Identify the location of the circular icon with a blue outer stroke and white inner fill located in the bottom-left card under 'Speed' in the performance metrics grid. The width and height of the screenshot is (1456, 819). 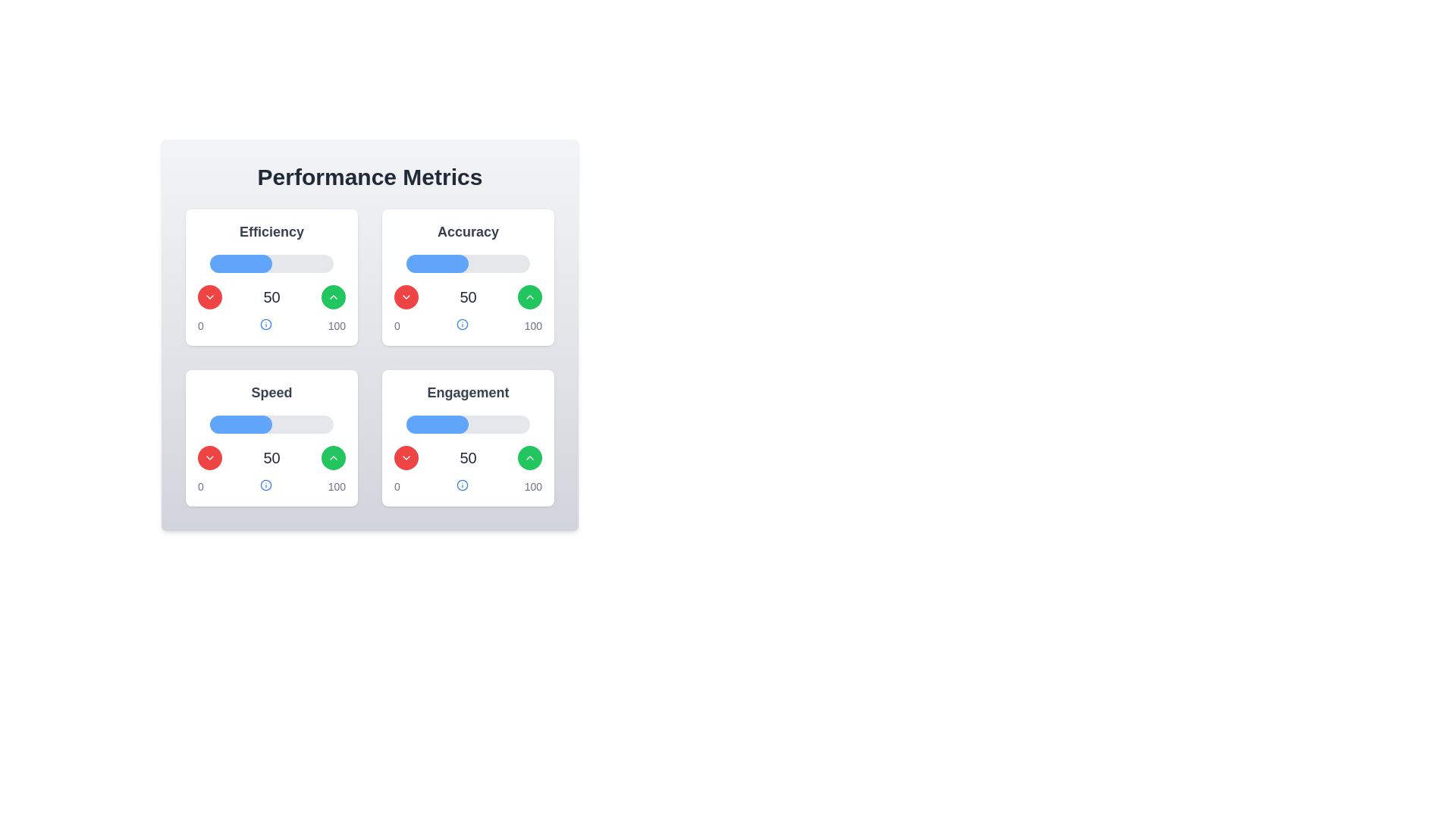
(265, 485).